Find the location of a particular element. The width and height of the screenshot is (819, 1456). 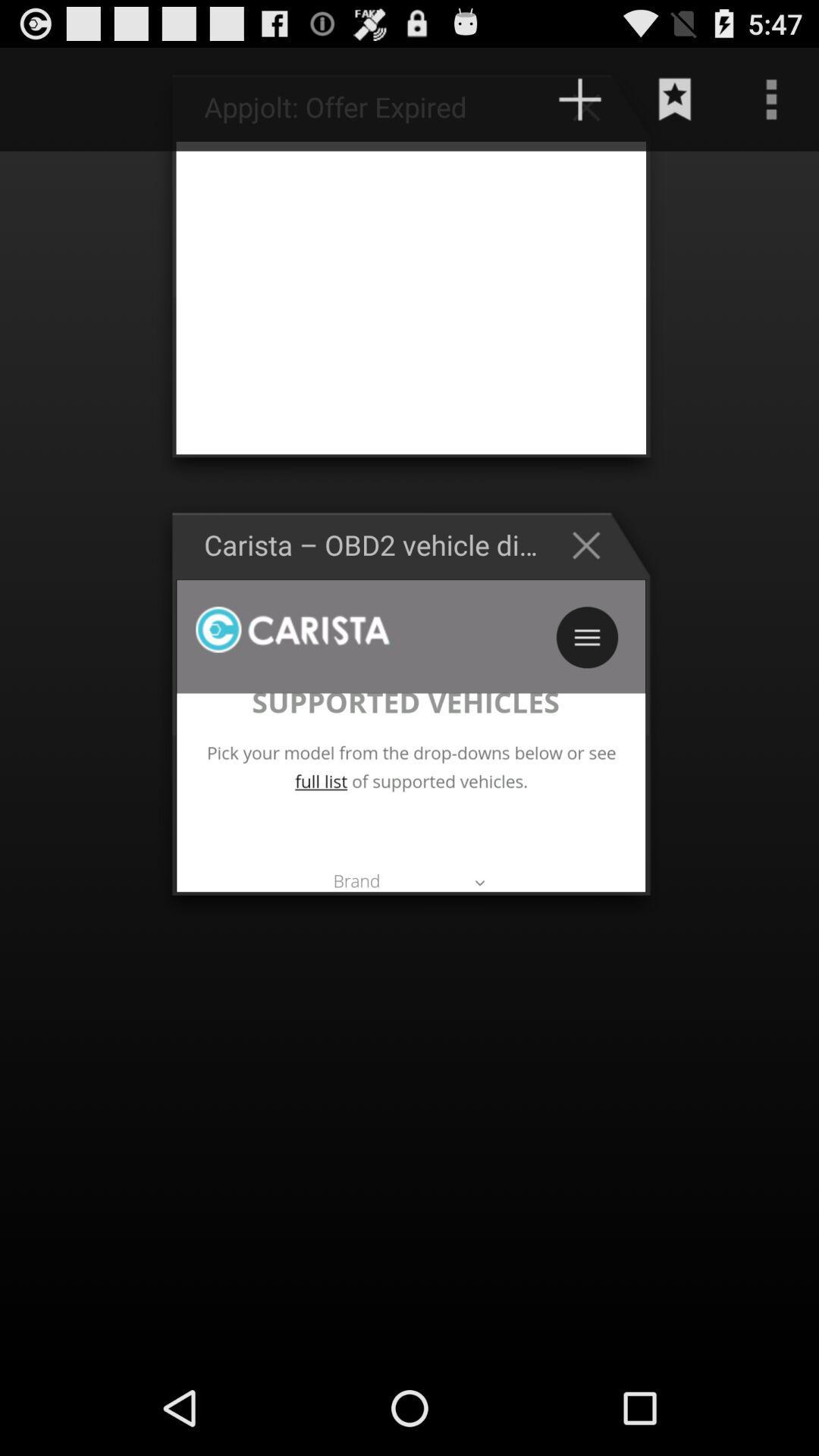

the add icon is located at coordinates (579, 105).